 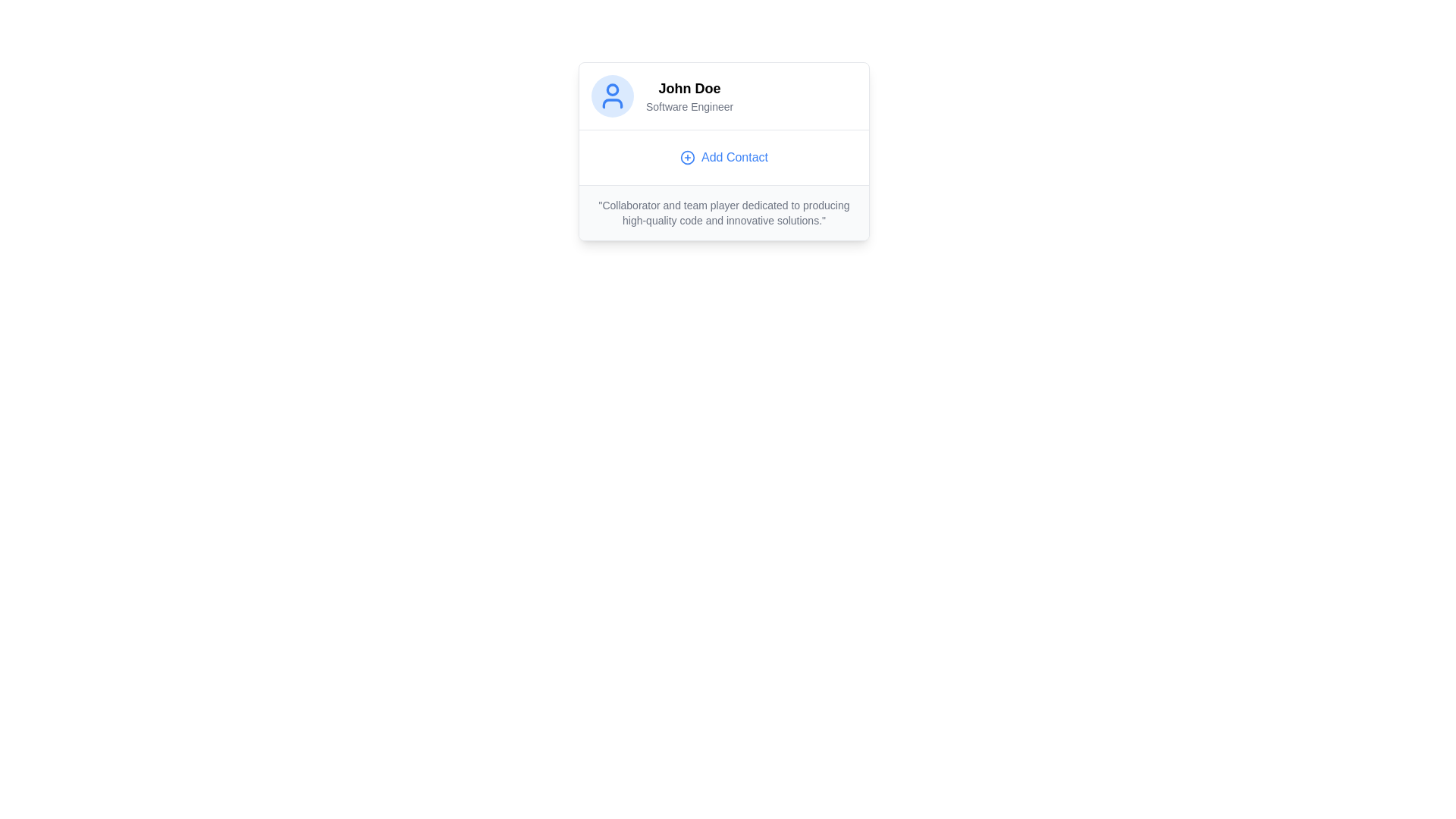 I want to click on the text label displaying 'John Doe', which is styled in bold and larger size, located in the top-left corner of the card, above the 'Software Engineer' label, so click(x=689, y=88).